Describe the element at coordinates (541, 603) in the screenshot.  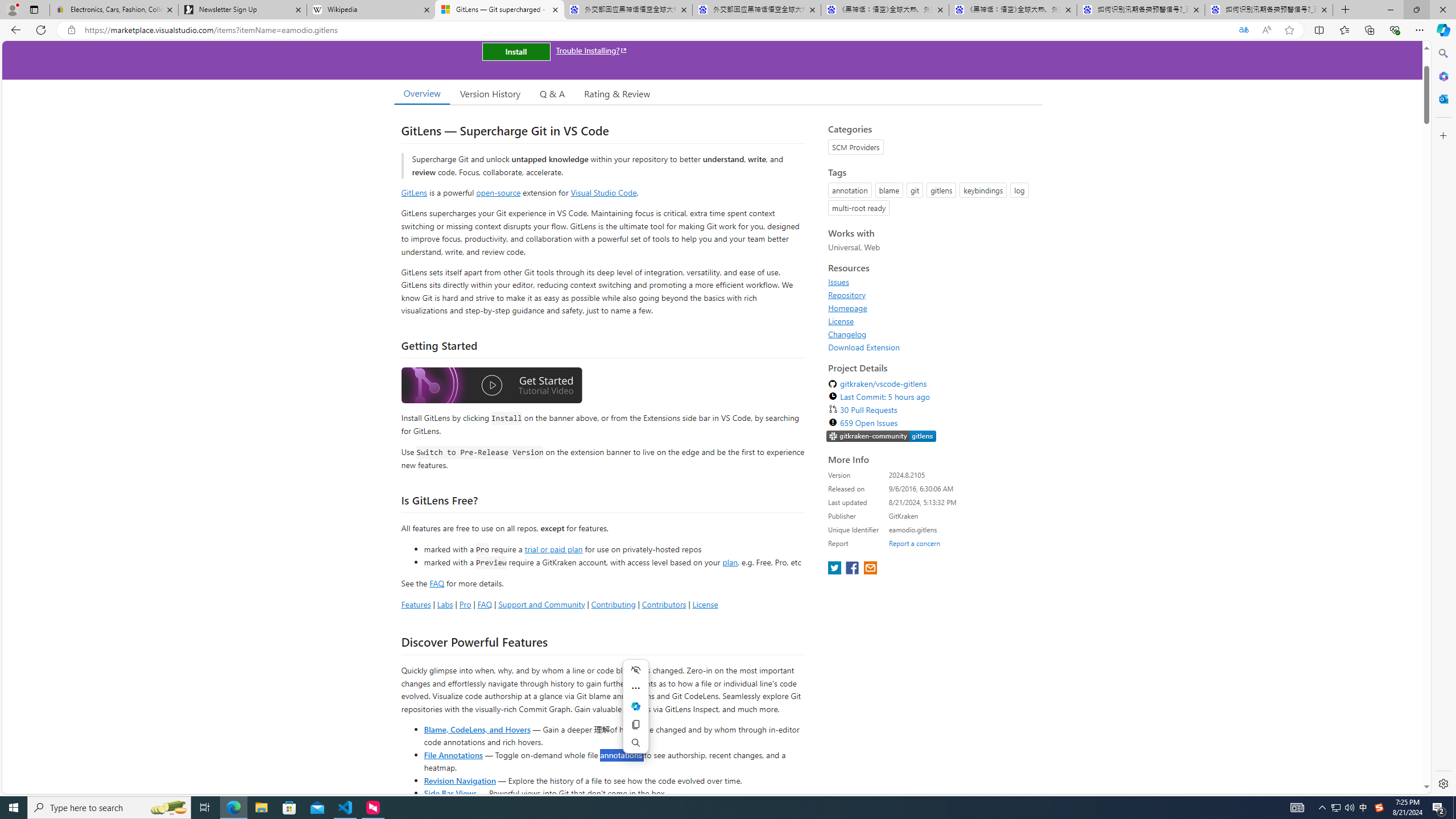
I see `'Support and Community'` at that location.